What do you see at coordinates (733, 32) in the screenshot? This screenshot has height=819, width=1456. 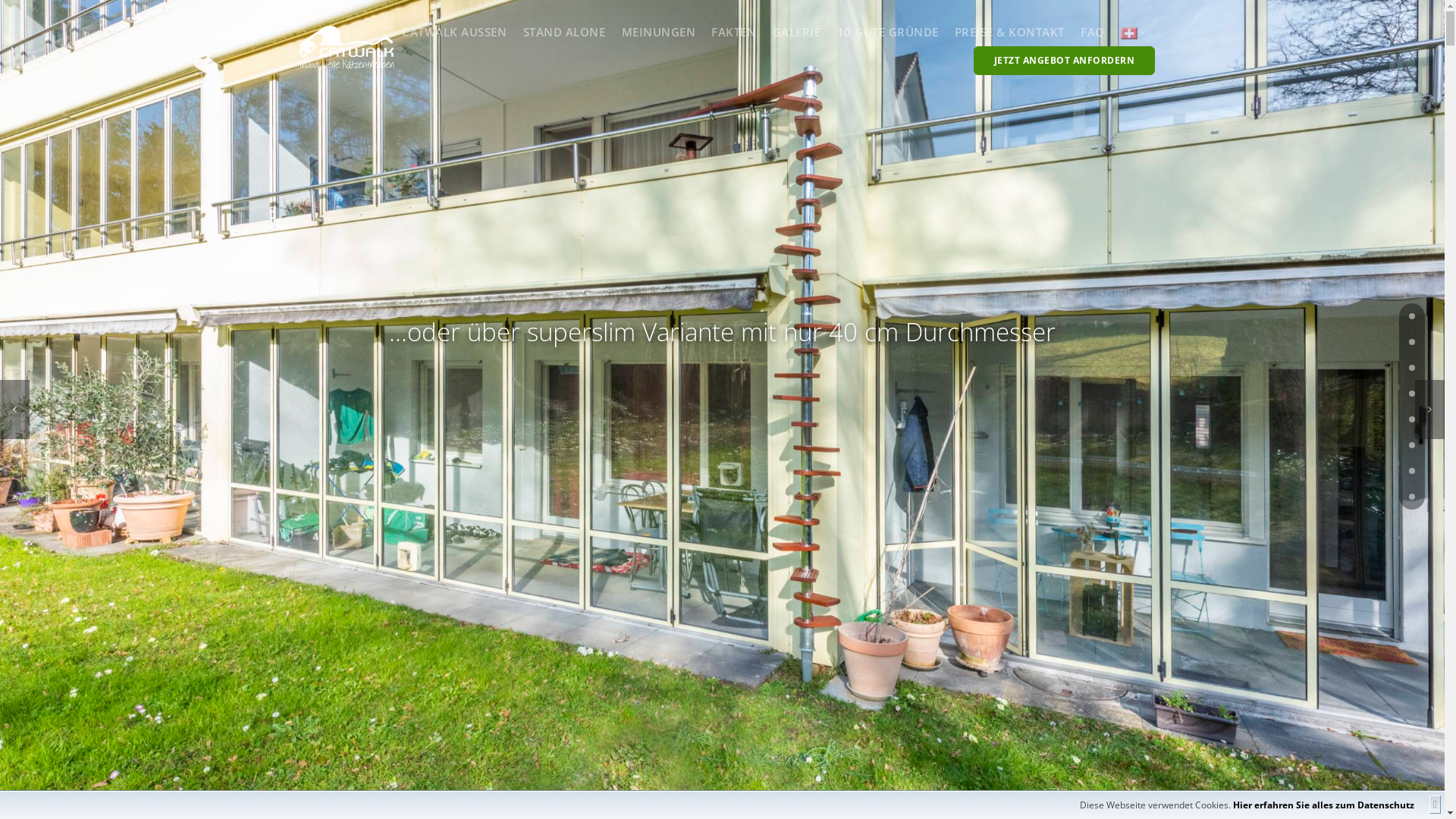 I see `'FAKTEN'` at bounding box center [733, 32].